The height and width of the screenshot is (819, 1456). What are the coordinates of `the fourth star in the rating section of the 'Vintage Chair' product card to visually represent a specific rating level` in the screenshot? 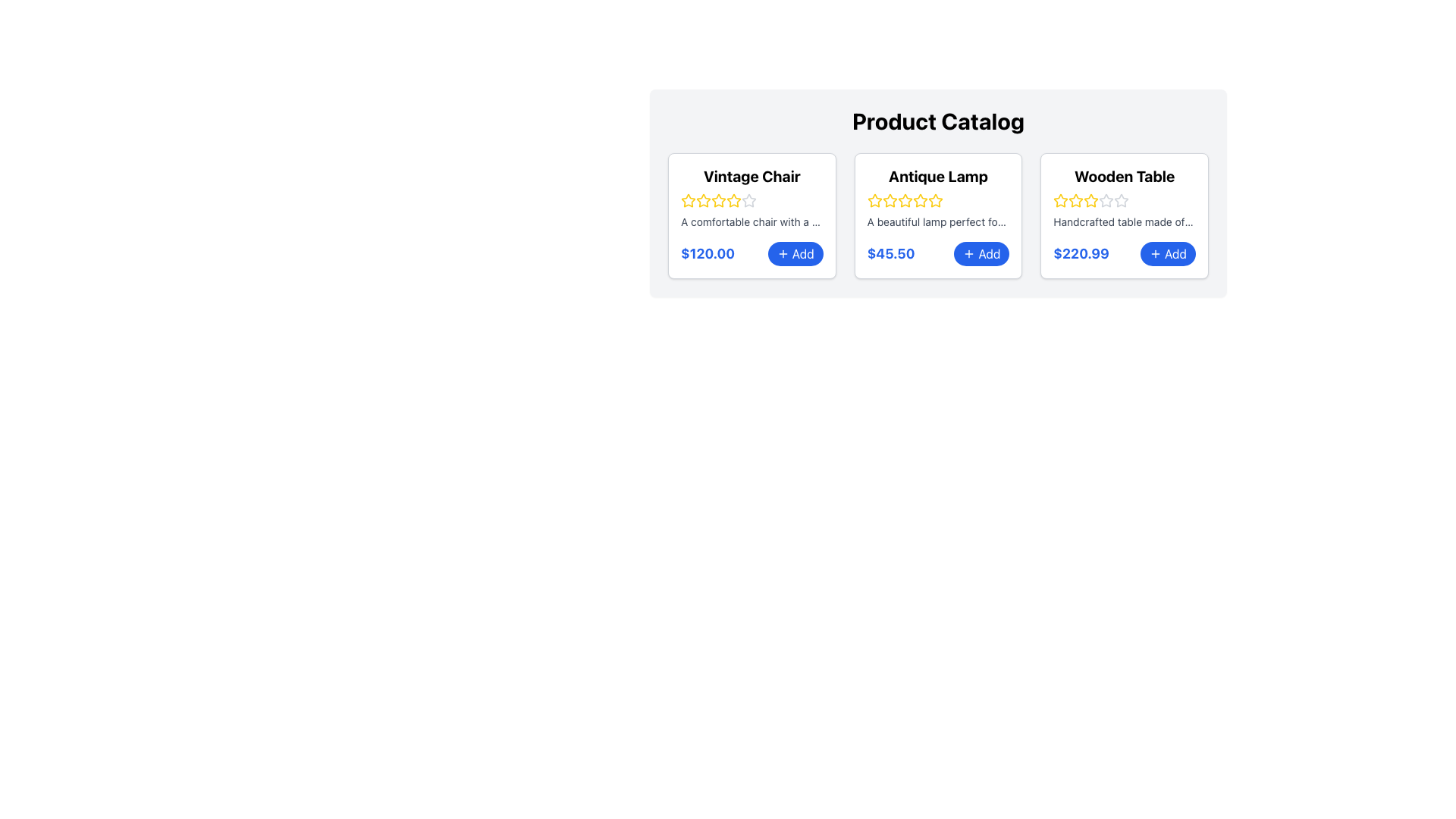 It's located at (749, 199).